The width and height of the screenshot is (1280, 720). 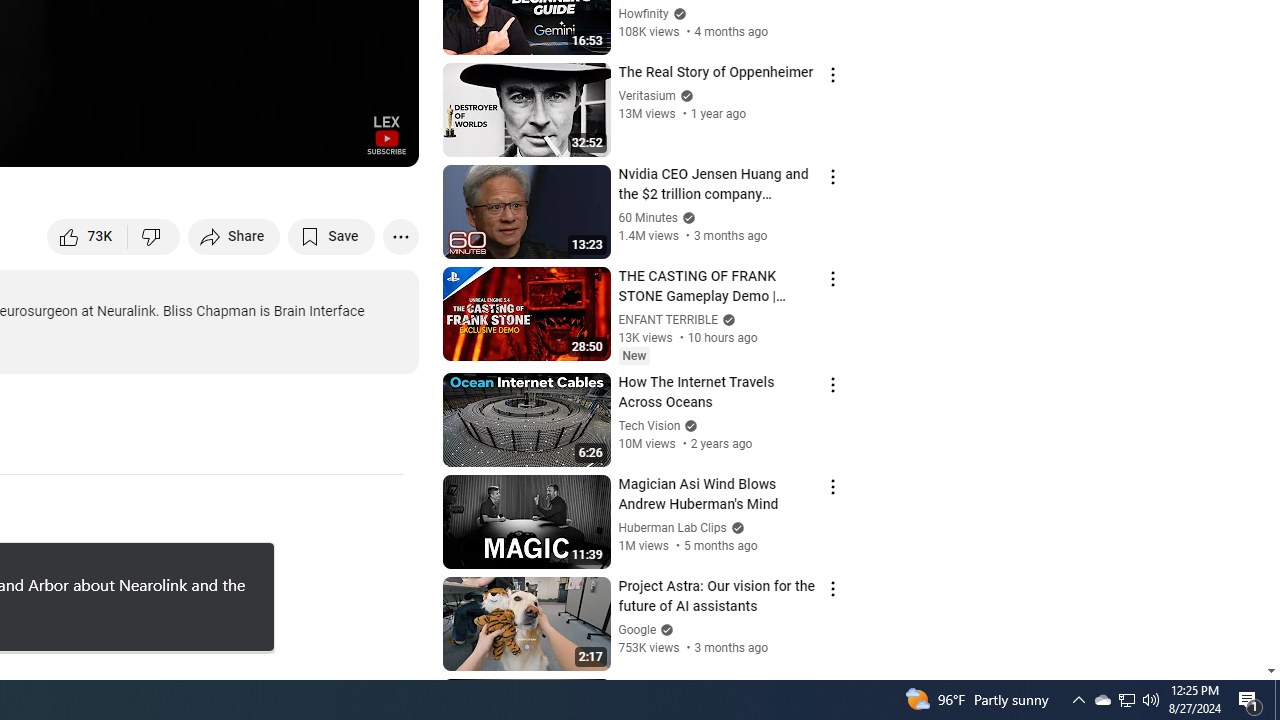 What do you see at coordinates (153, 235) in the screenshot?
I see `'Dislike this video'` at bounding box center [153, 235].